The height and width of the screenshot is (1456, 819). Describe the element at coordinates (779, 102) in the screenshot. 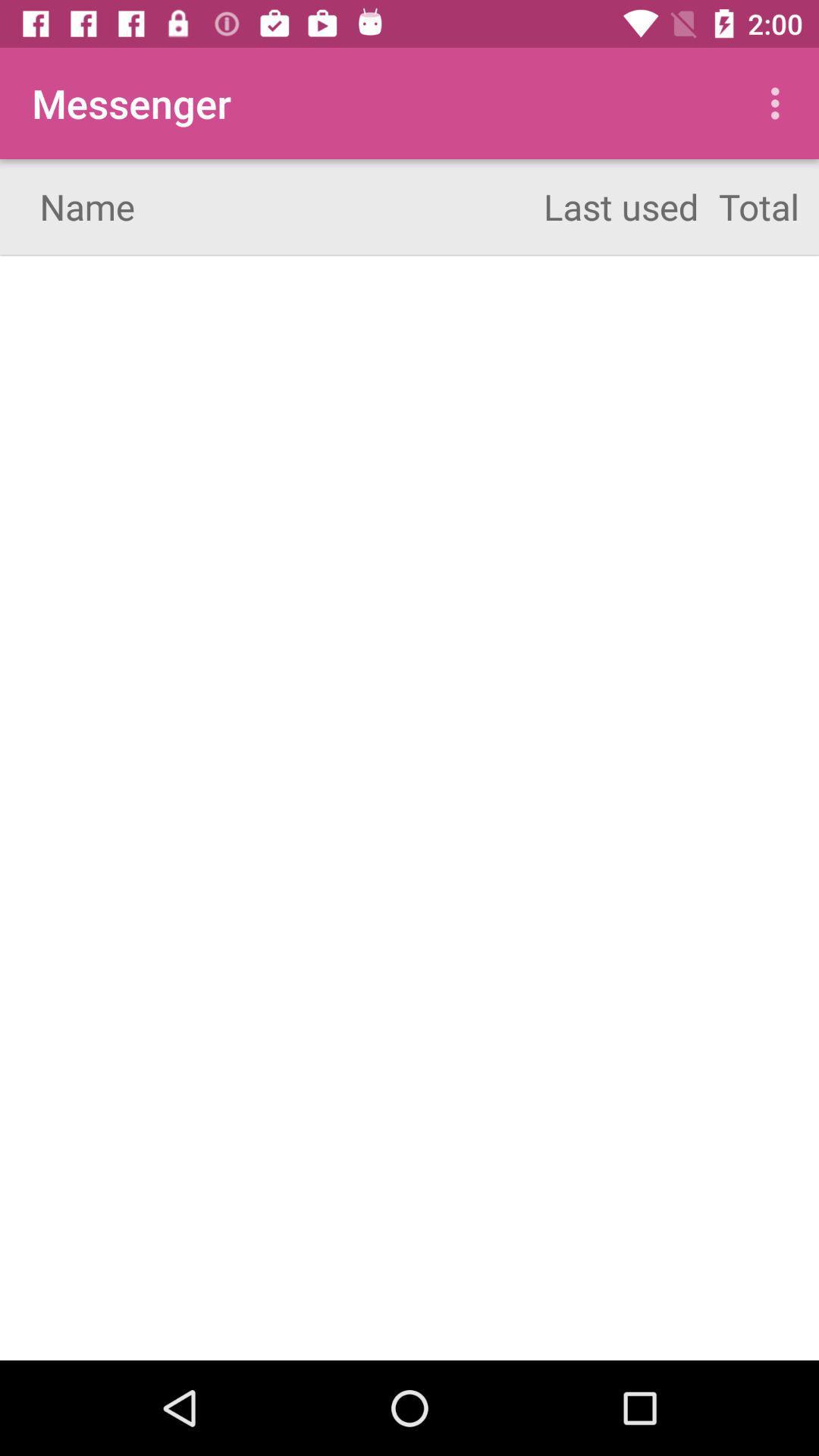

I see `the icon above total` at that location.